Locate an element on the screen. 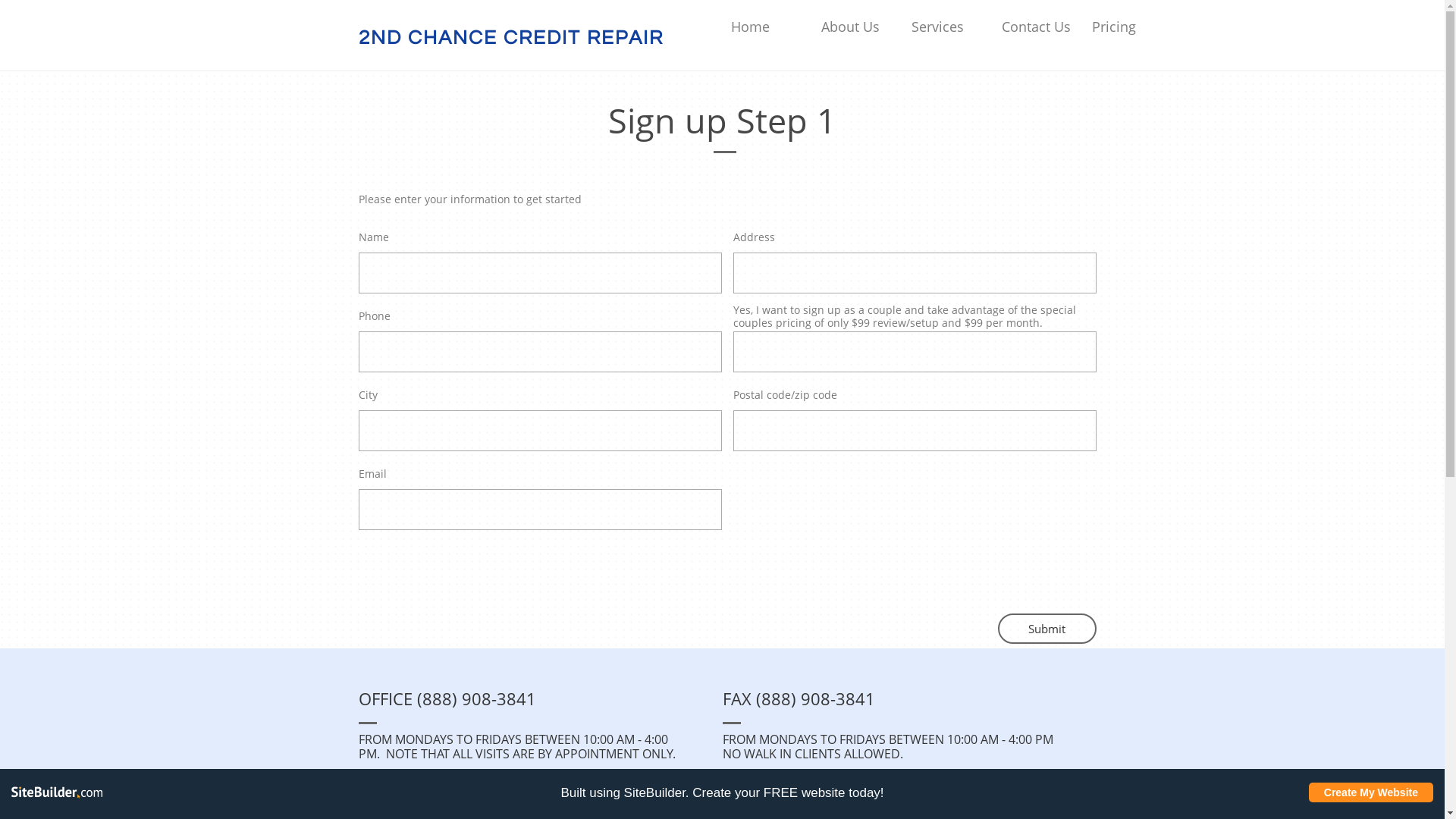  'Pricing' is located at coordinates (1092, 27).